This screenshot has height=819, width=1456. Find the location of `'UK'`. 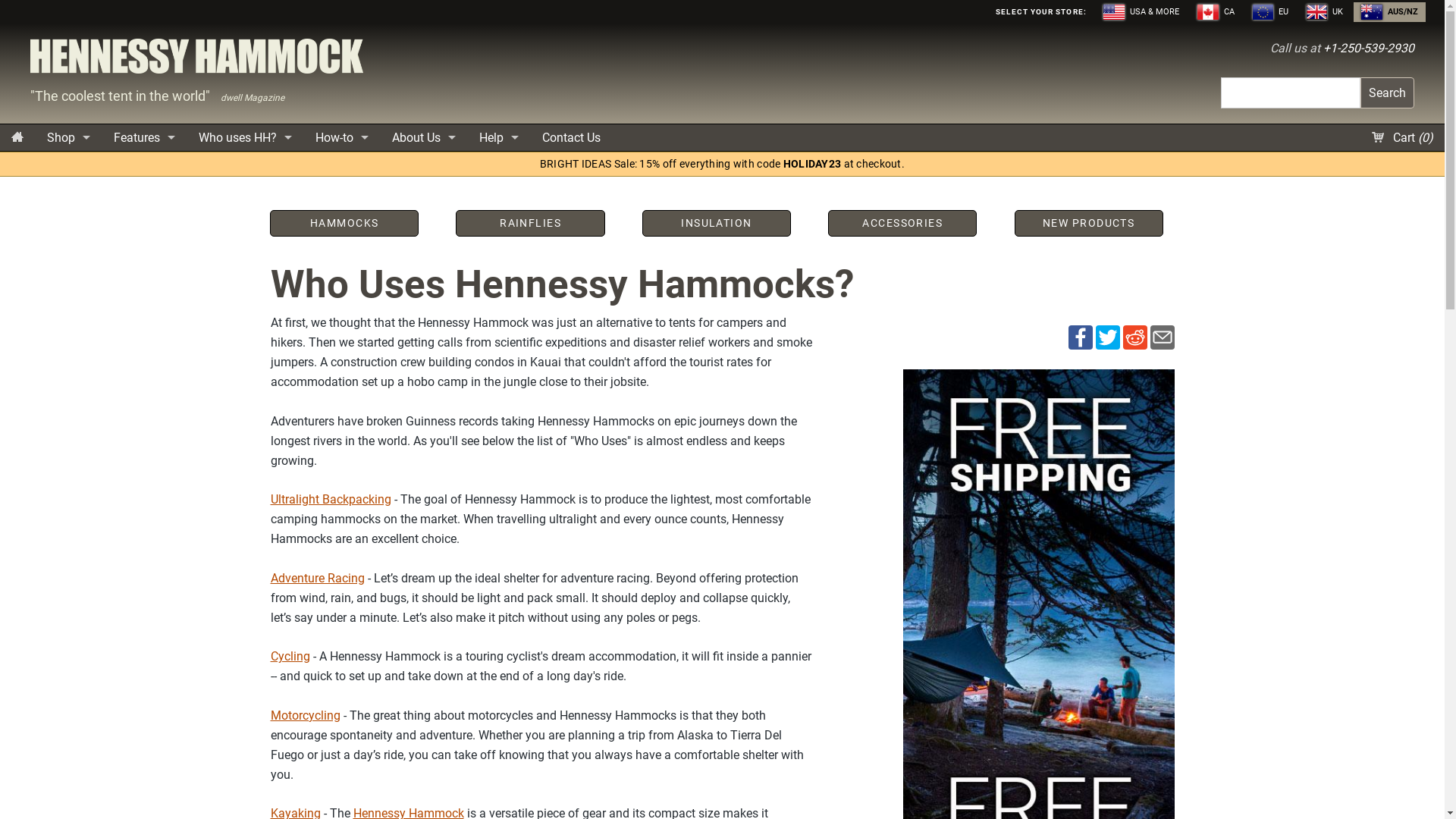

'UK' is located at coordinates (1324, 11).